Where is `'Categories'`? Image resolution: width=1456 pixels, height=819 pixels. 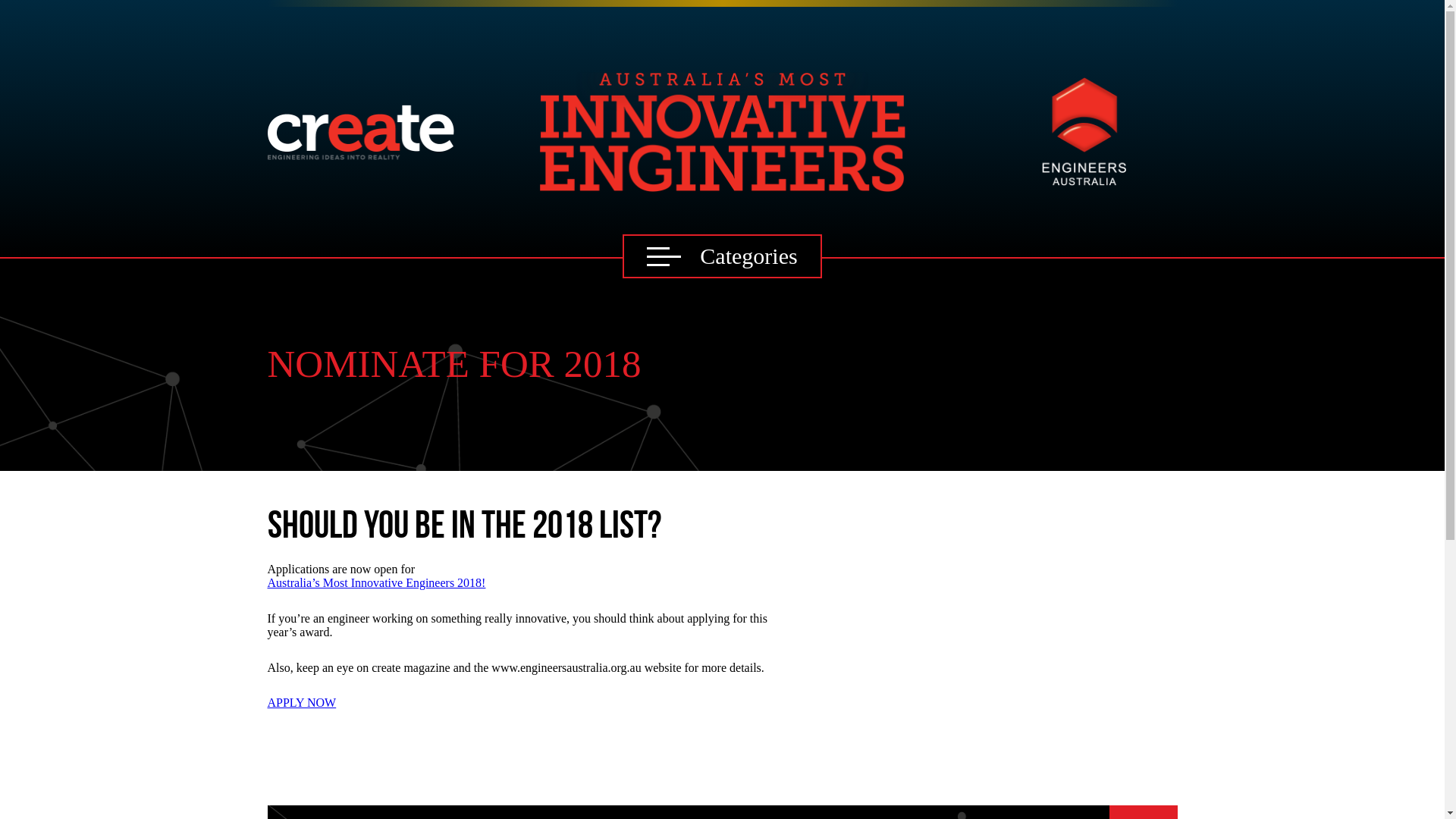
'Categories' is located at coordinates (720, 256).